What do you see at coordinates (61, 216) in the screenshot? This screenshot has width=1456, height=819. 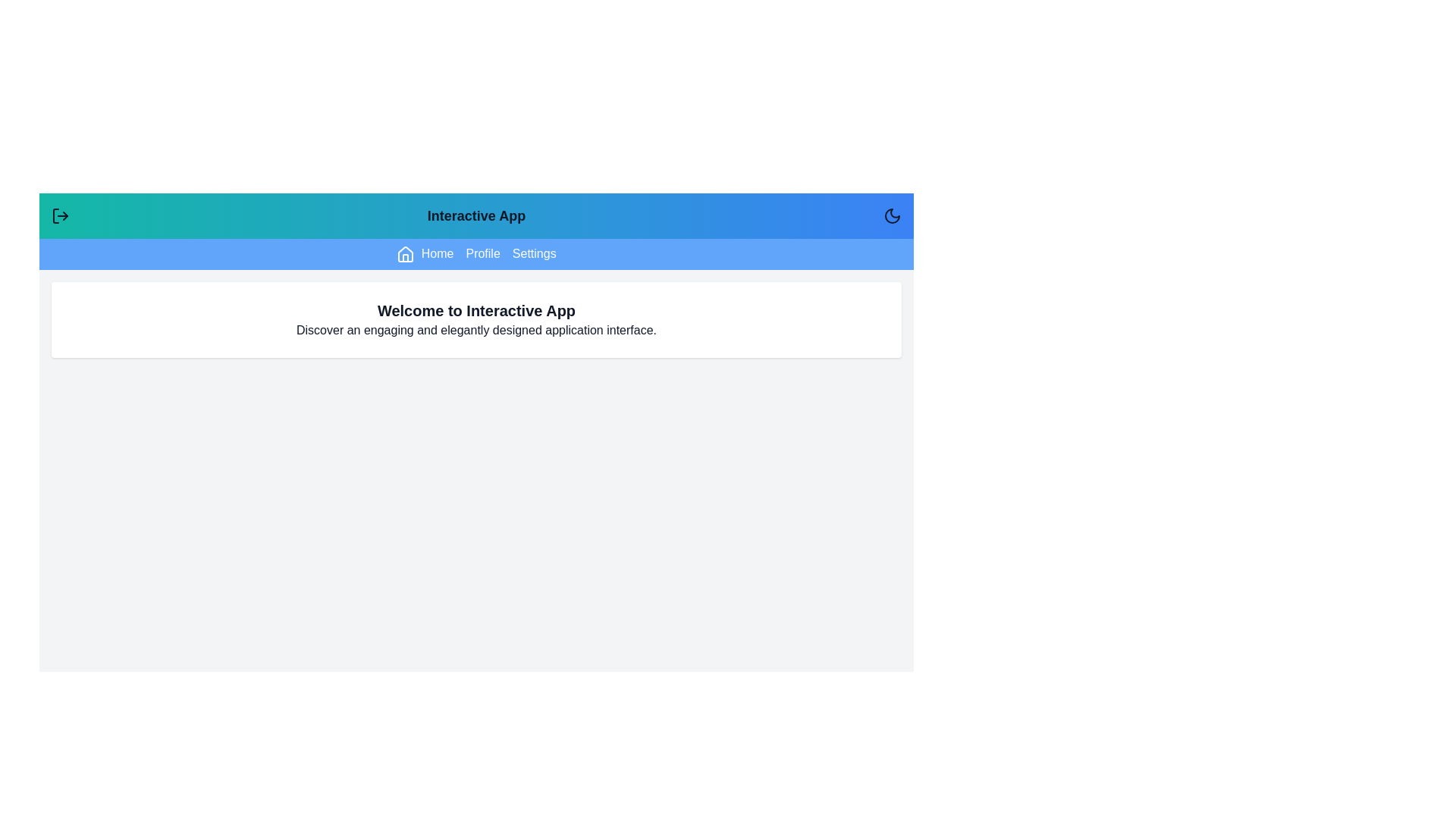 I see `left button in the header to toggle the menu visibility` at bounding box center [61, 216].